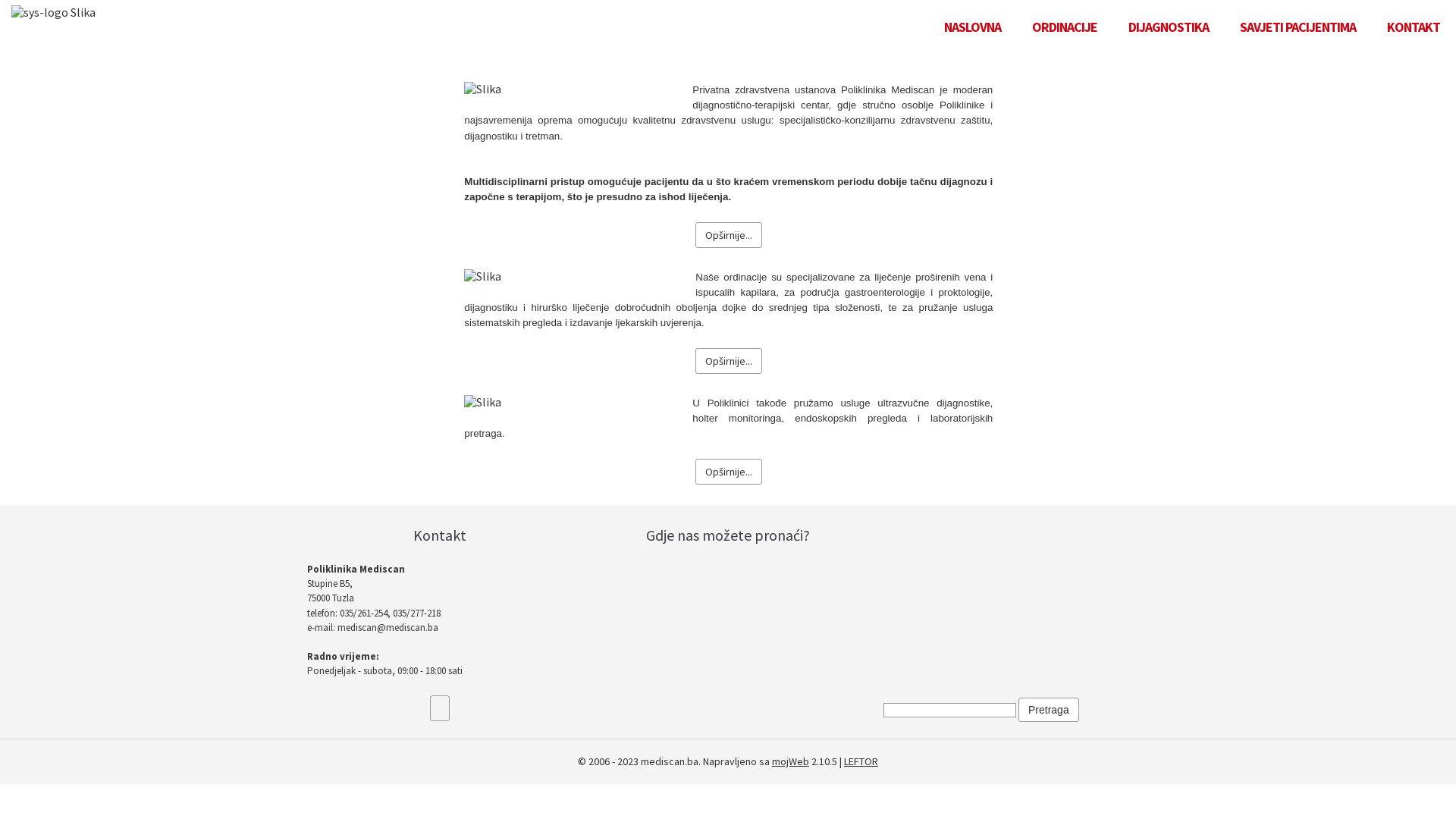 The image size is (1456, 819). What do you see at coordinates (1412, 27) in the screenshot?
I see `'KONTAKT'` at bounding box center [1412, 27].